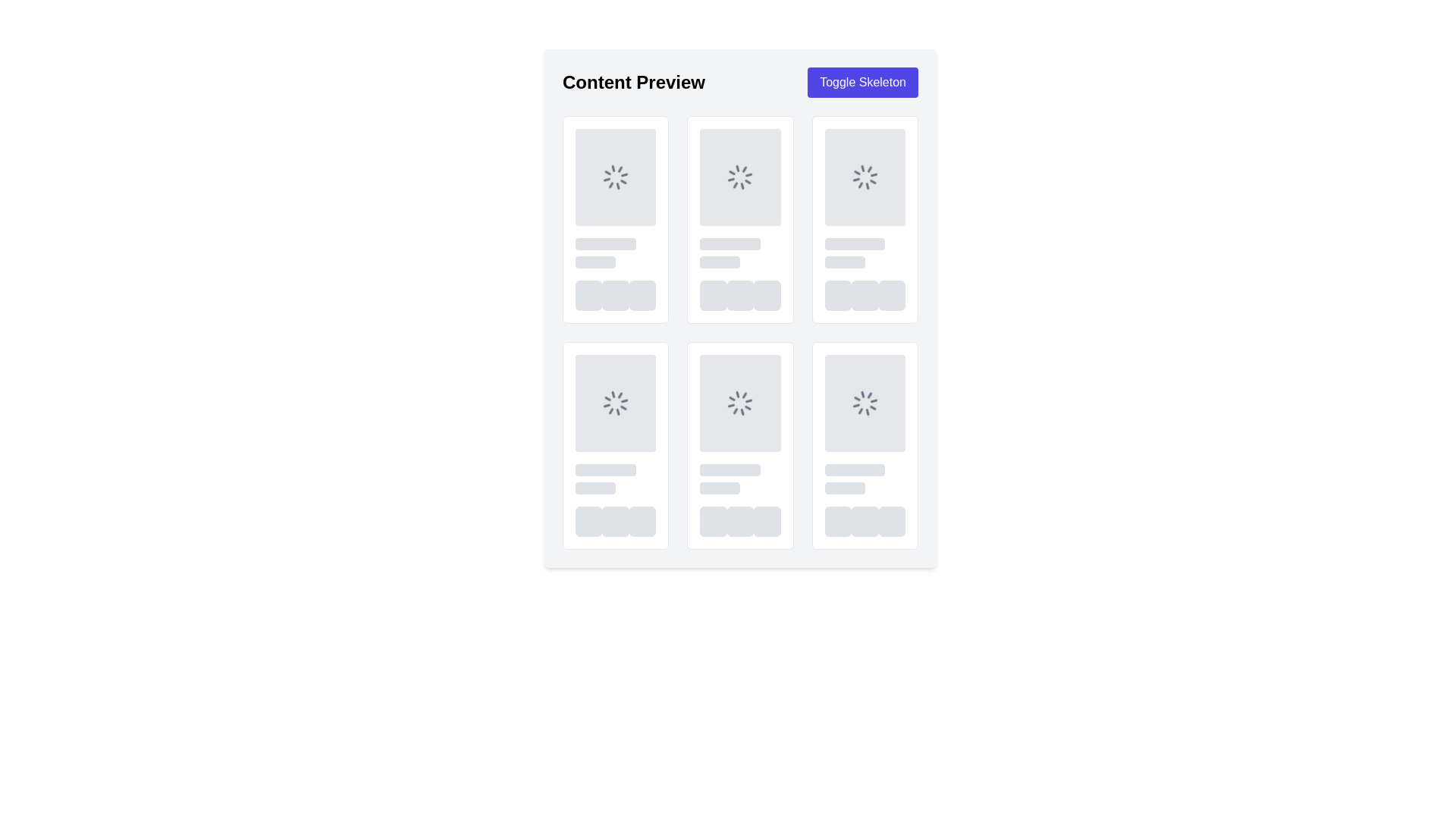  What do you see at coordinates (855, 243) in the screenshot?
I see `the first skeleton loader placeholder in the top-right section of the grid, indicating that content is loading` at bounding box center [855, 243].